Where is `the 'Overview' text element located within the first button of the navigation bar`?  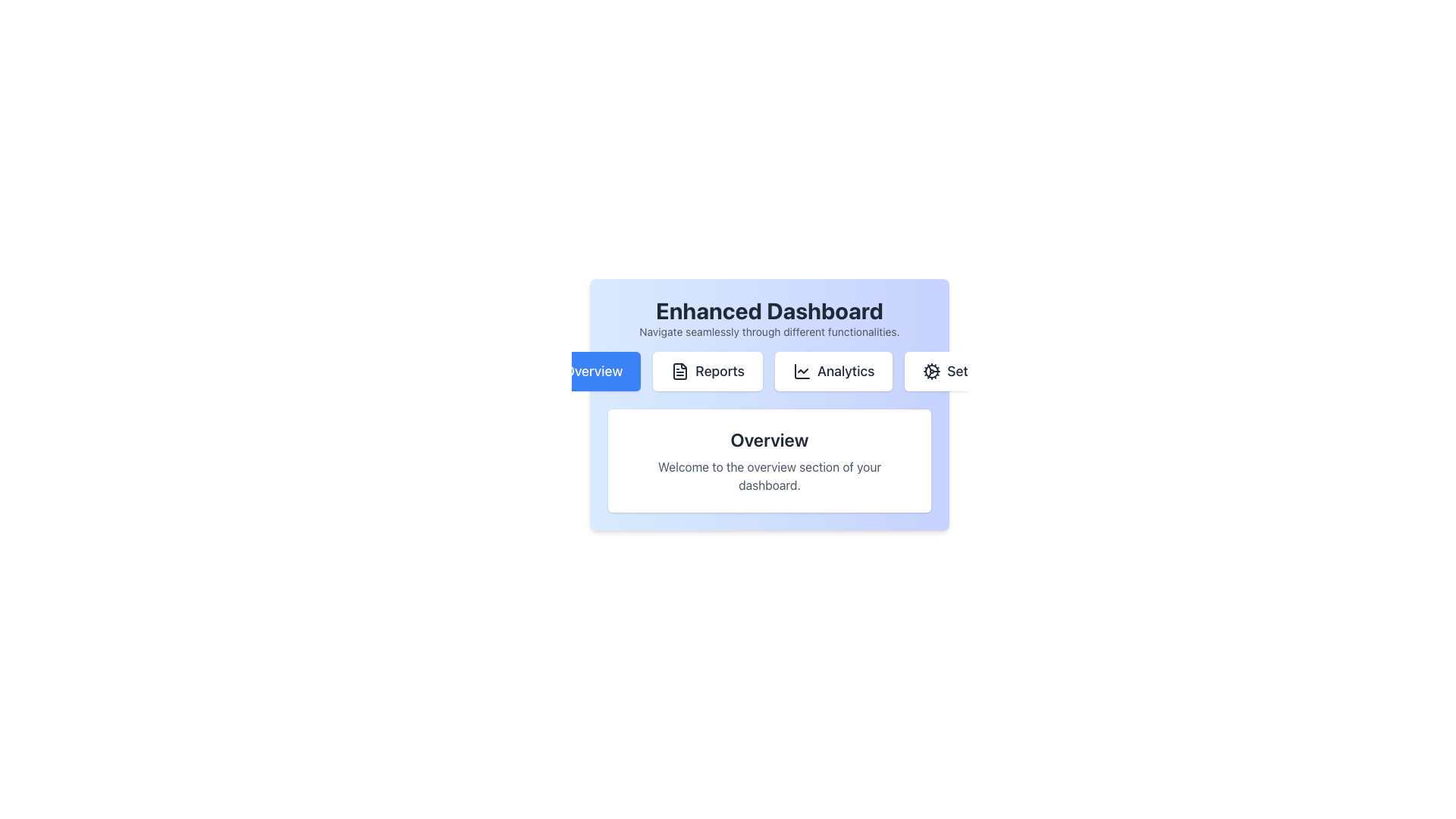 the 'Overview' text element located within the first button of the navigation bar is located at coordinates (592, 371).